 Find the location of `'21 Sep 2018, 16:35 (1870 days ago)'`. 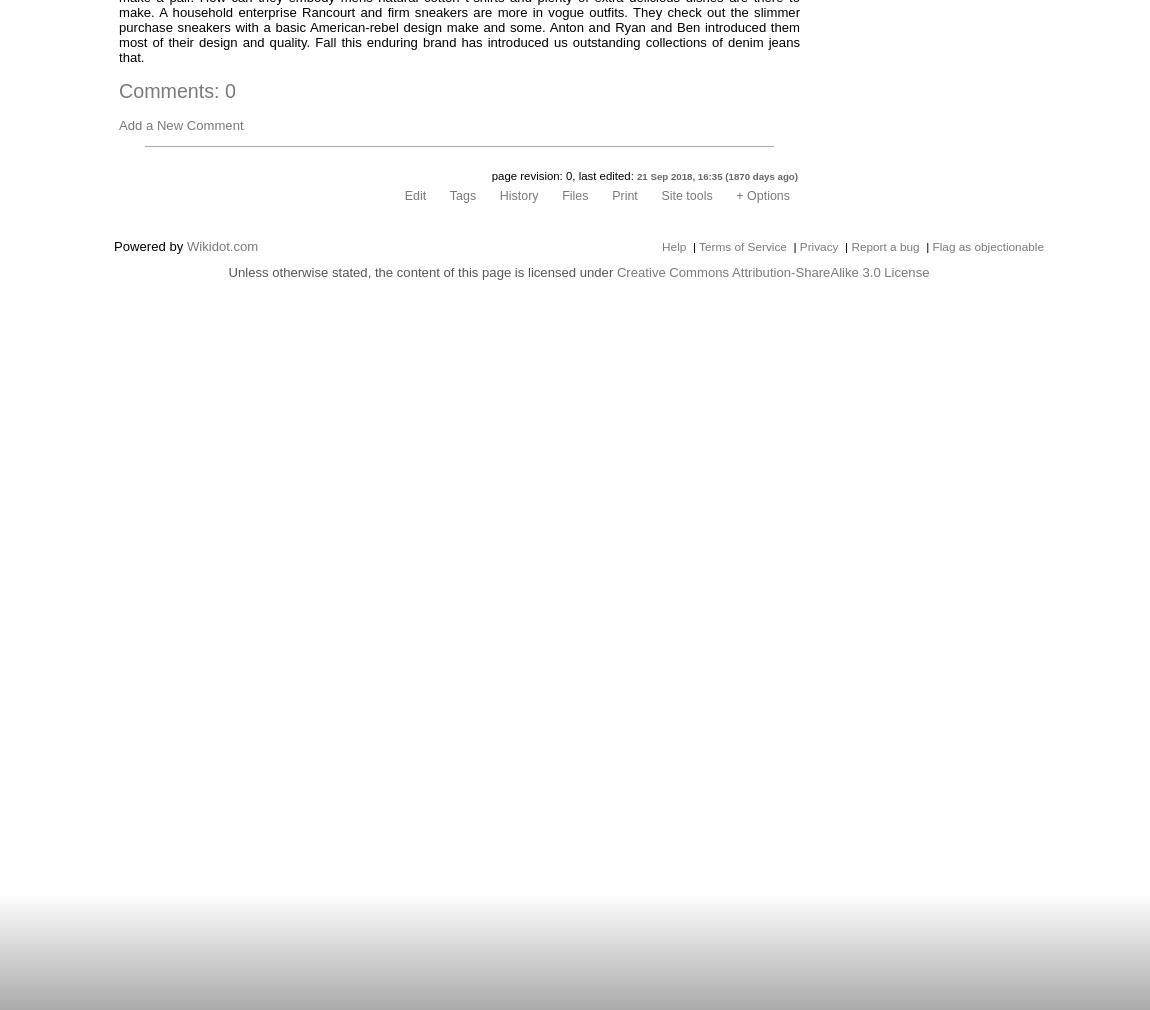

'21 Sep 2018, 16:35 (1870 days ago)' is located at coordinates (716, 175).